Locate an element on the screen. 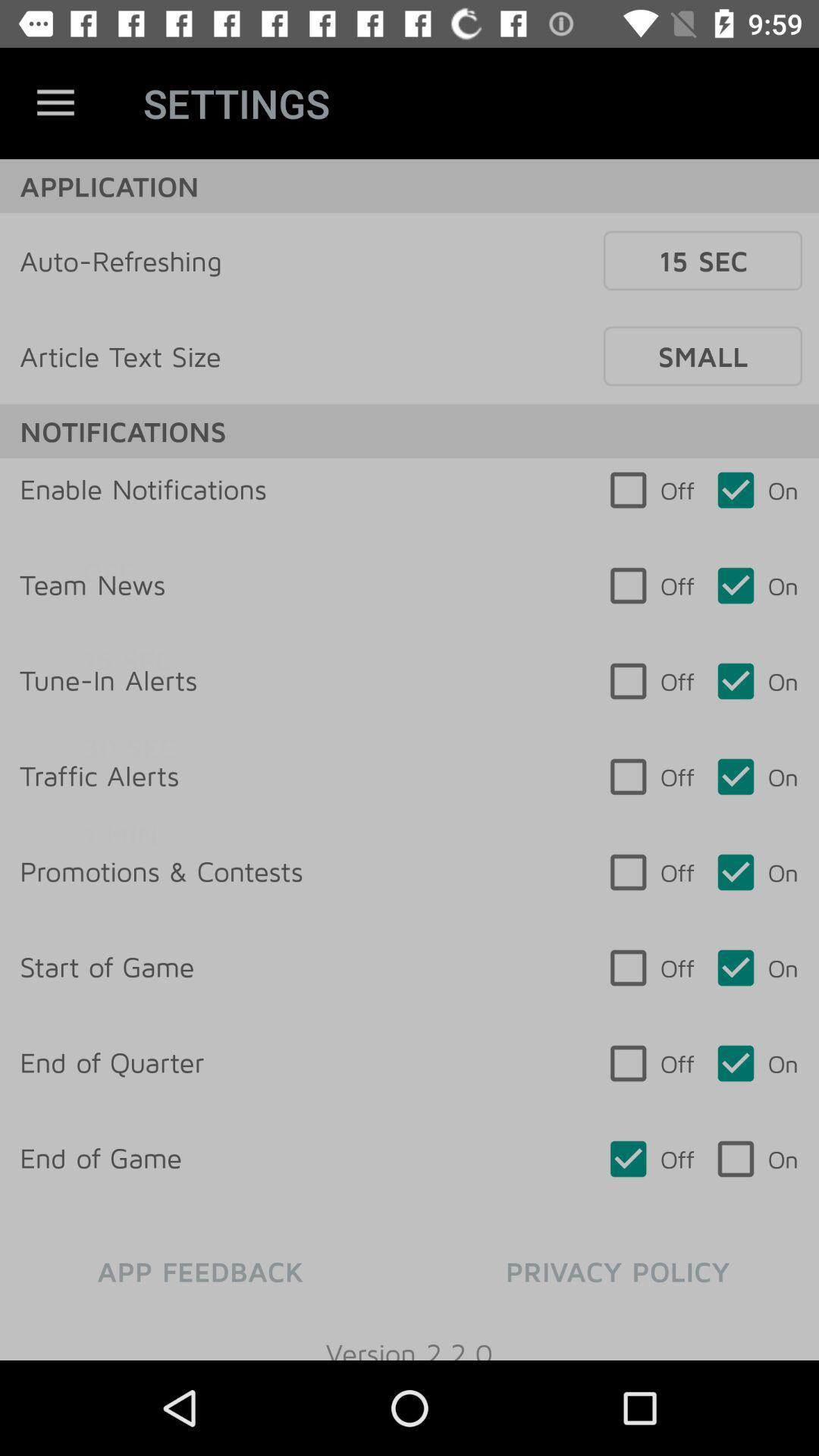  the icon to the left of the settings item is located at coordinates (55, 102).